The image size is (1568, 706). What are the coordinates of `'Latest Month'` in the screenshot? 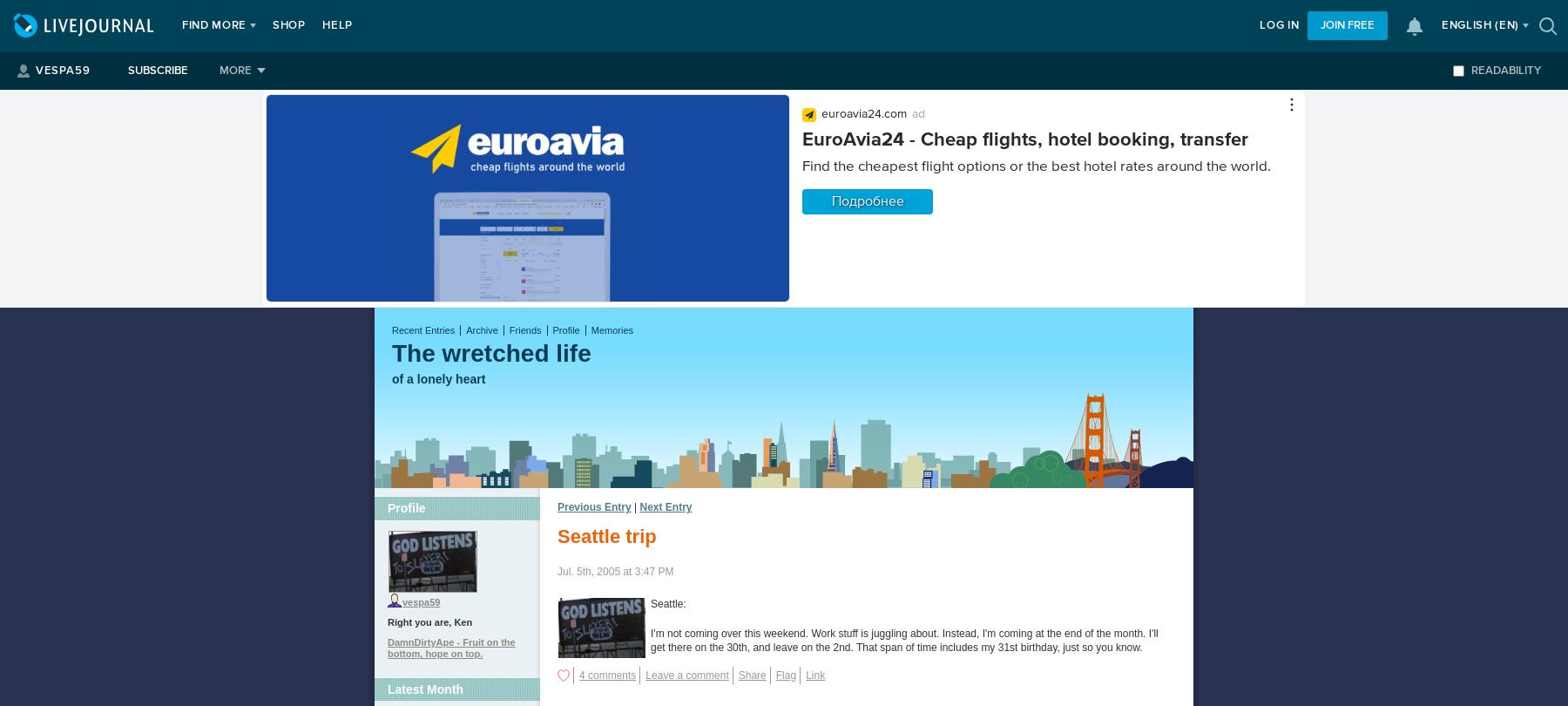 It's located at (424, 687).